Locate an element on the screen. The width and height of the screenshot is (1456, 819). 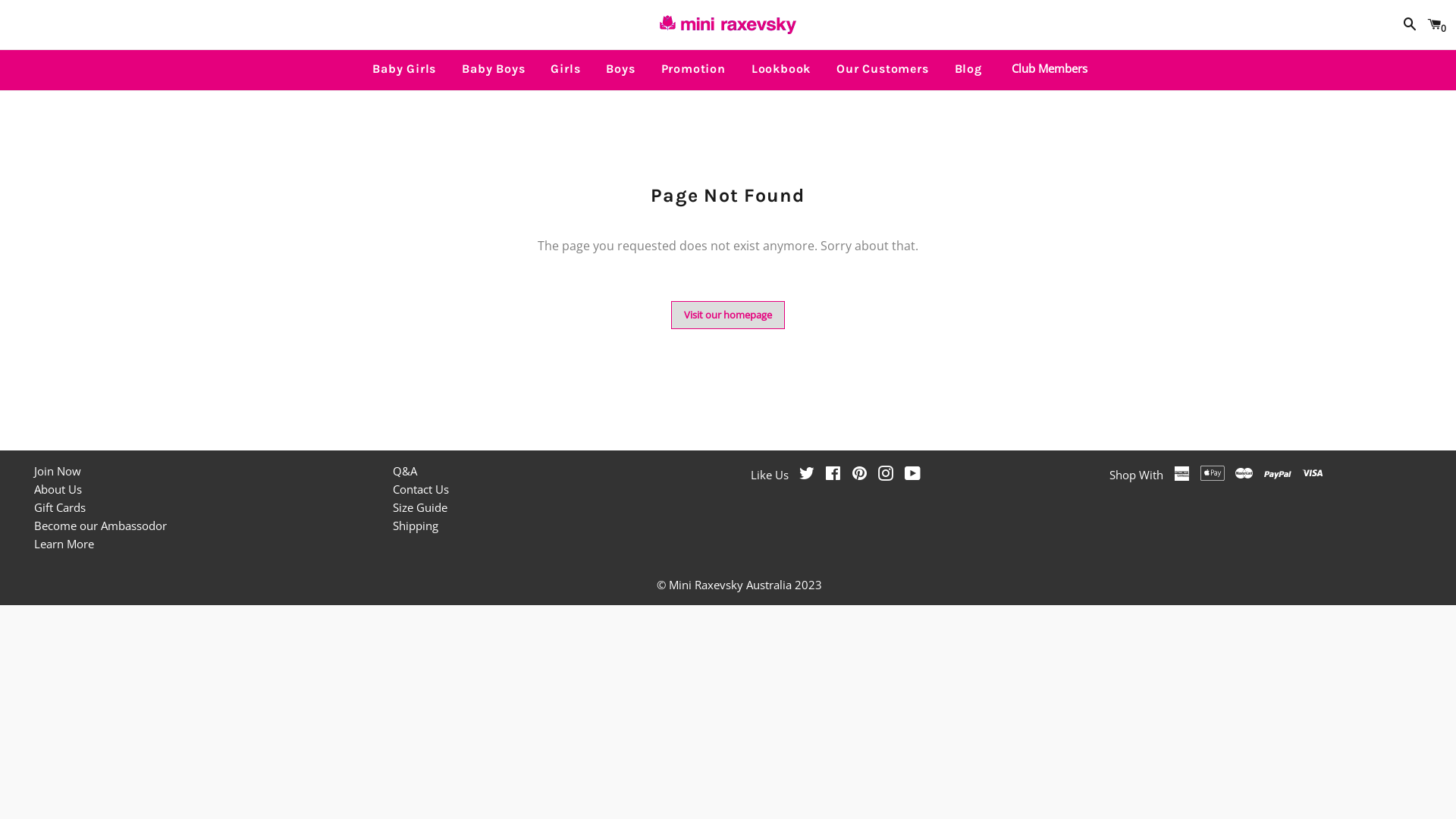
'Club Members' is located at coordinates (1044, 67).